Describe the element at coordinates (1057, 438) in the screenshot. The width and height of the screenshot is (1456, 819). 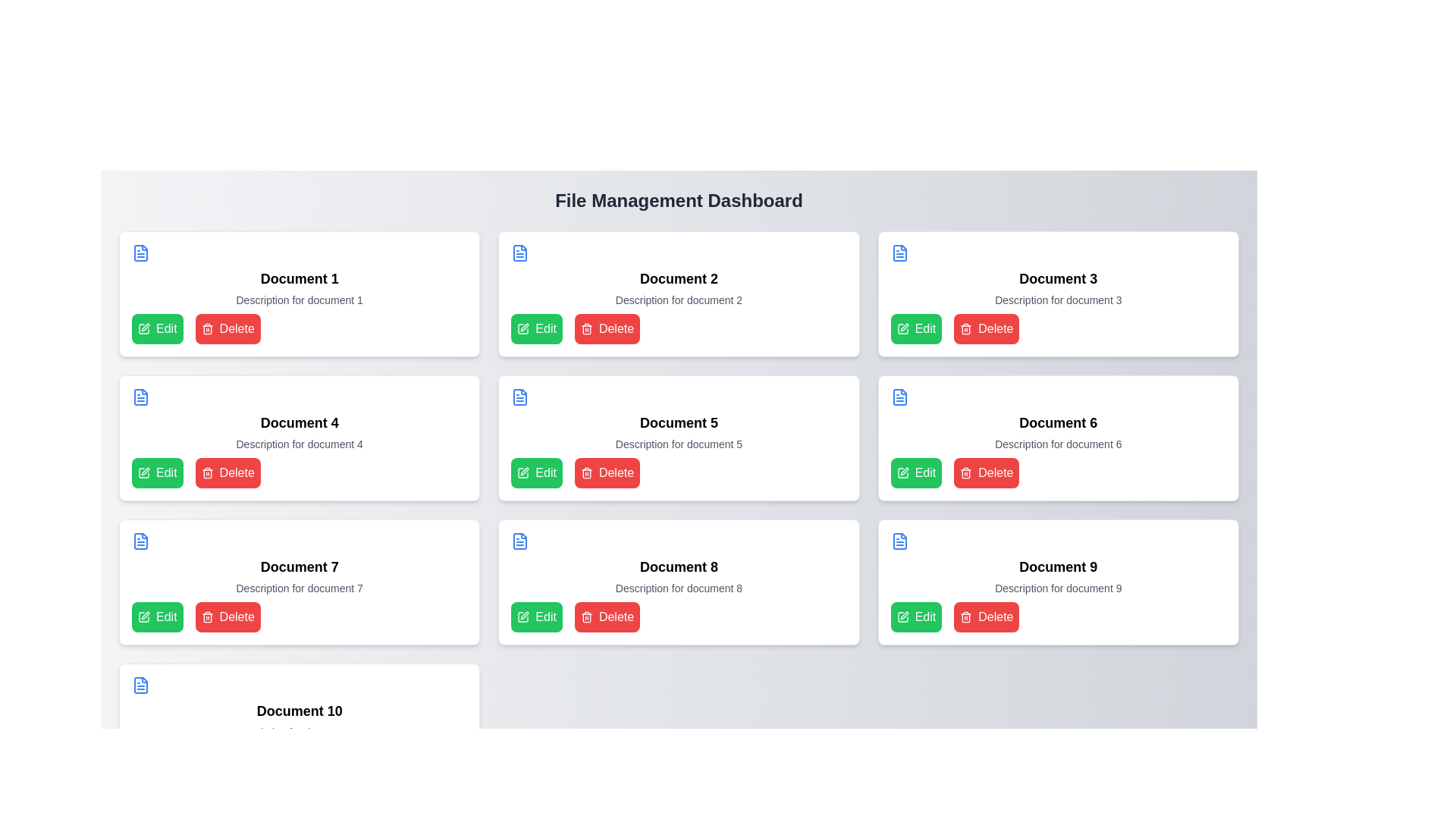
I see `the card representing an item in the document management grid, located in the second row and third column, following the card for 'Document 5'` at that location.